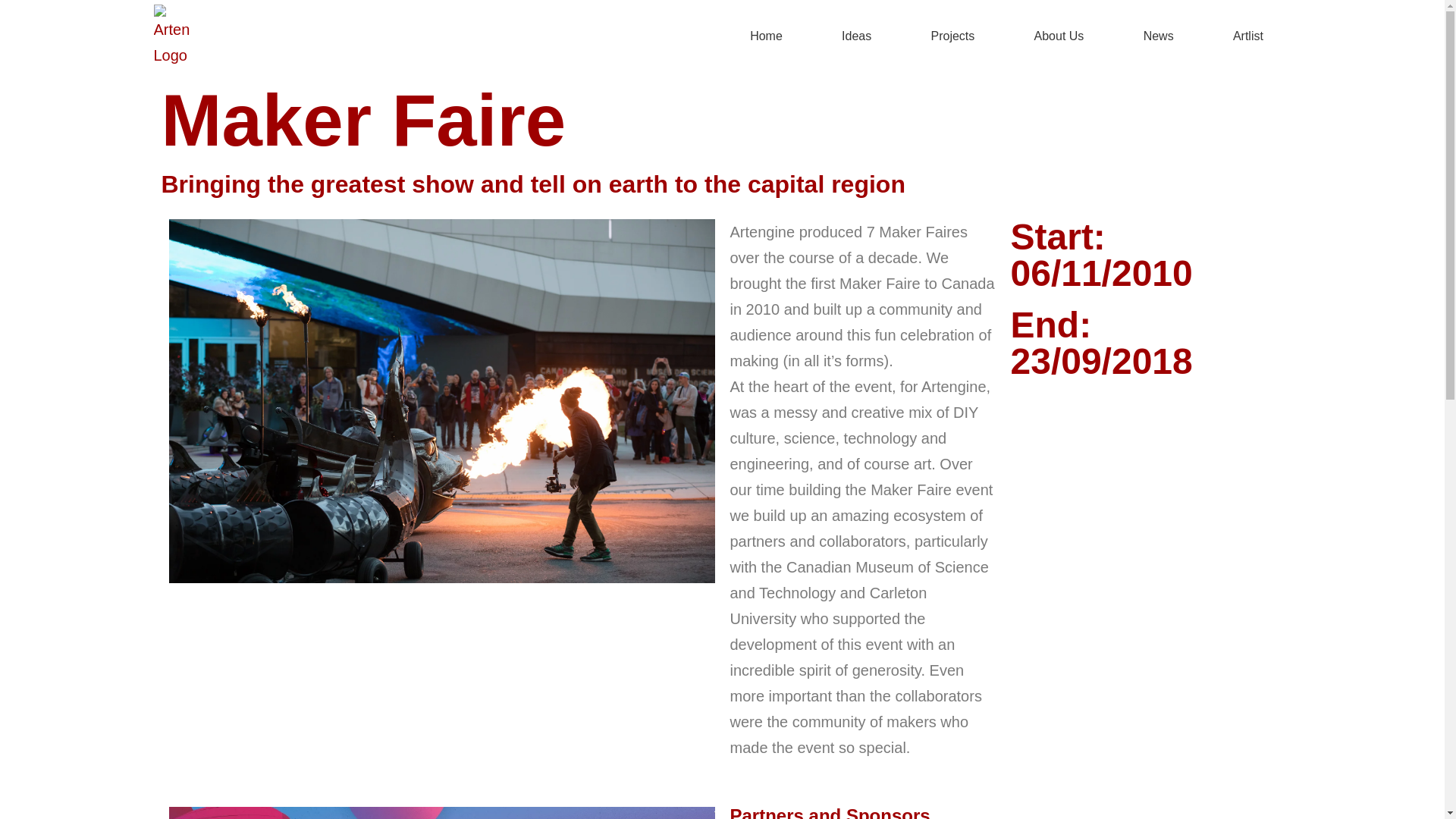 The image size is (1456, 819). I want to click on 'Projects', so click(952, 35).